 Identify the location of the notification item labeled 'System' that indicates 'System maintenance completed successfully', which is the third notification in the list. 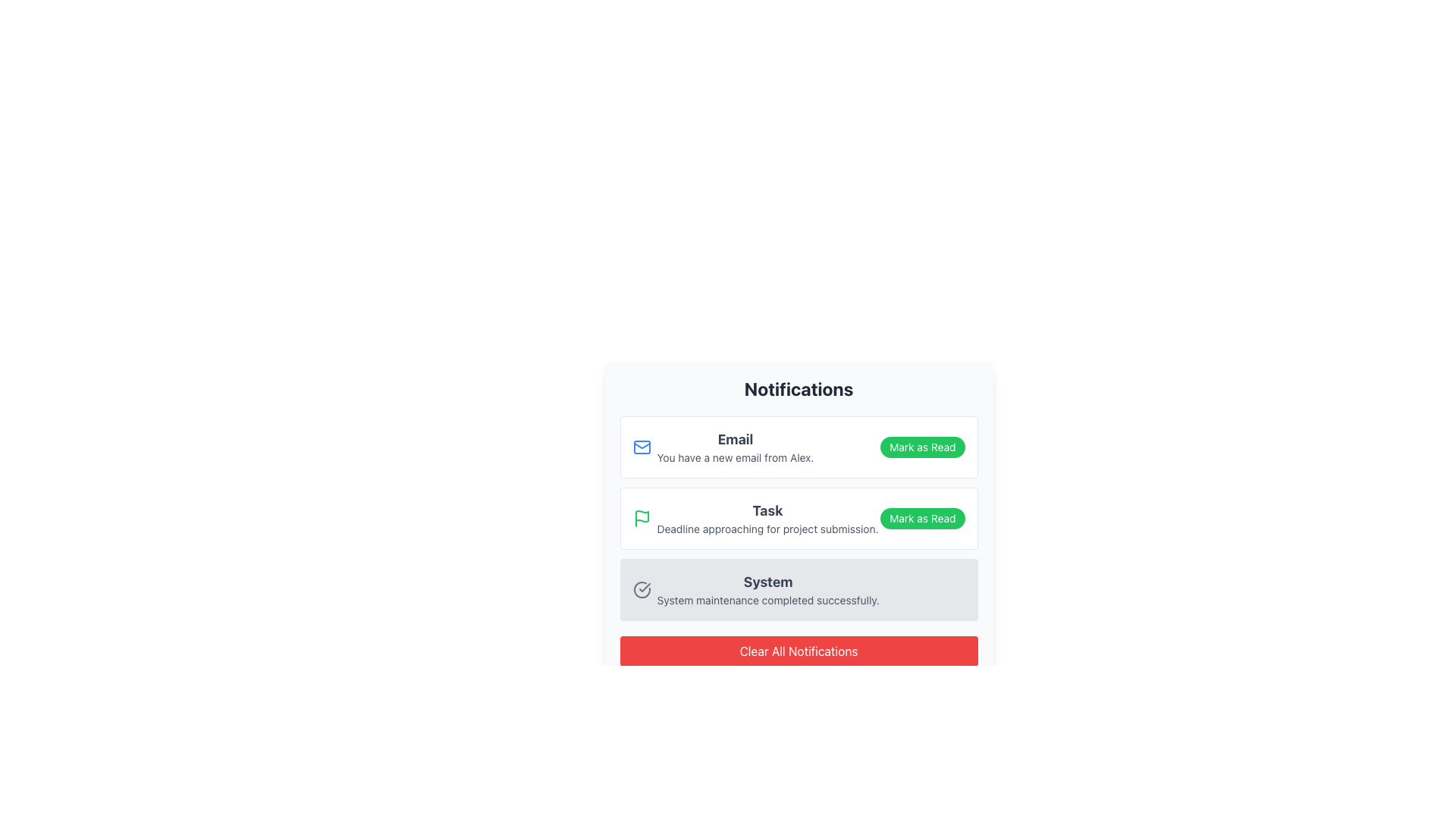
(798, 589).